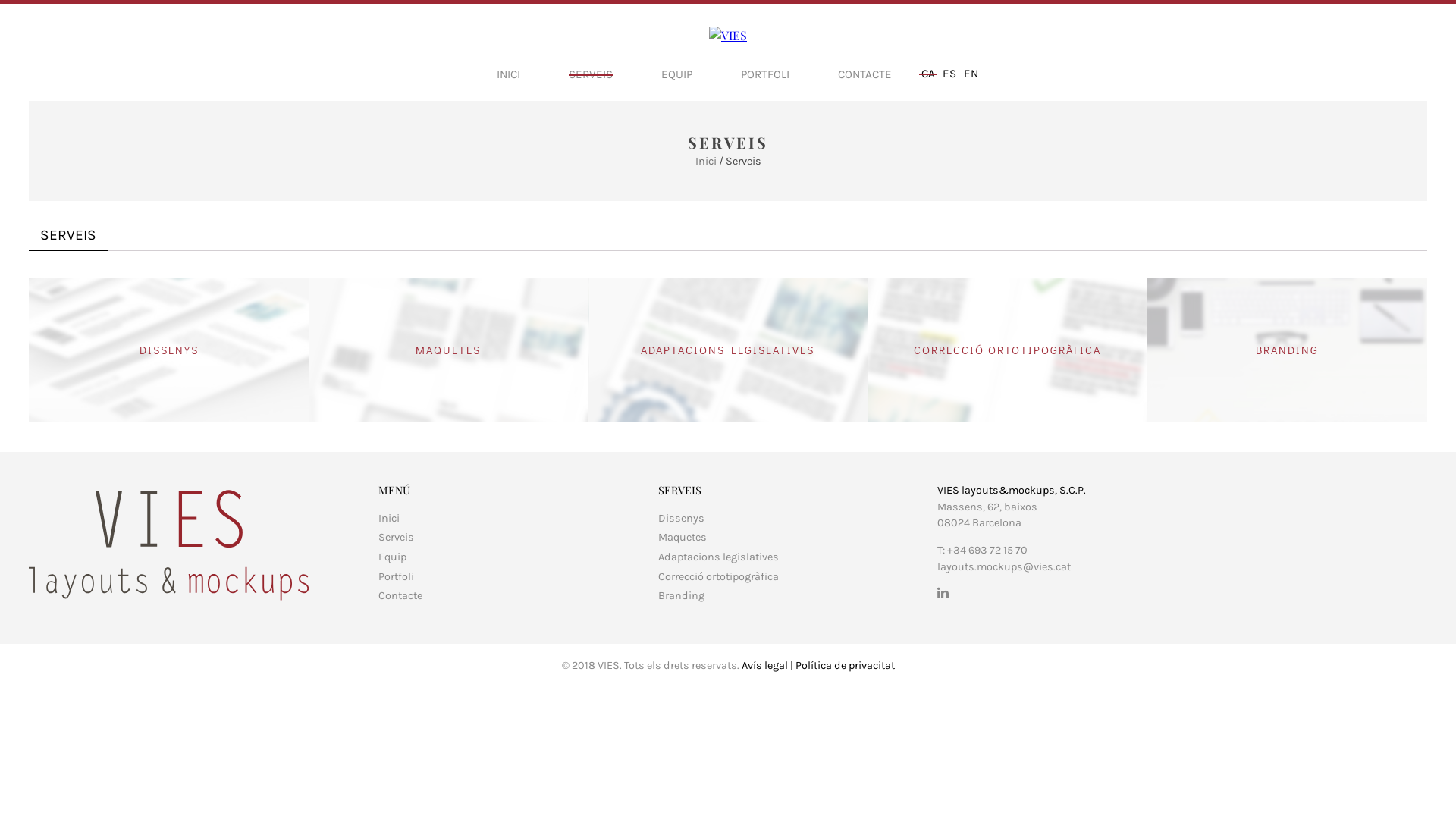 The width and height of the screenshot is (1456, 819). Describe the element at coordinates (1004, 566) in the screenshot. I see `'layouts.mockups@vies.cat'` at that location.